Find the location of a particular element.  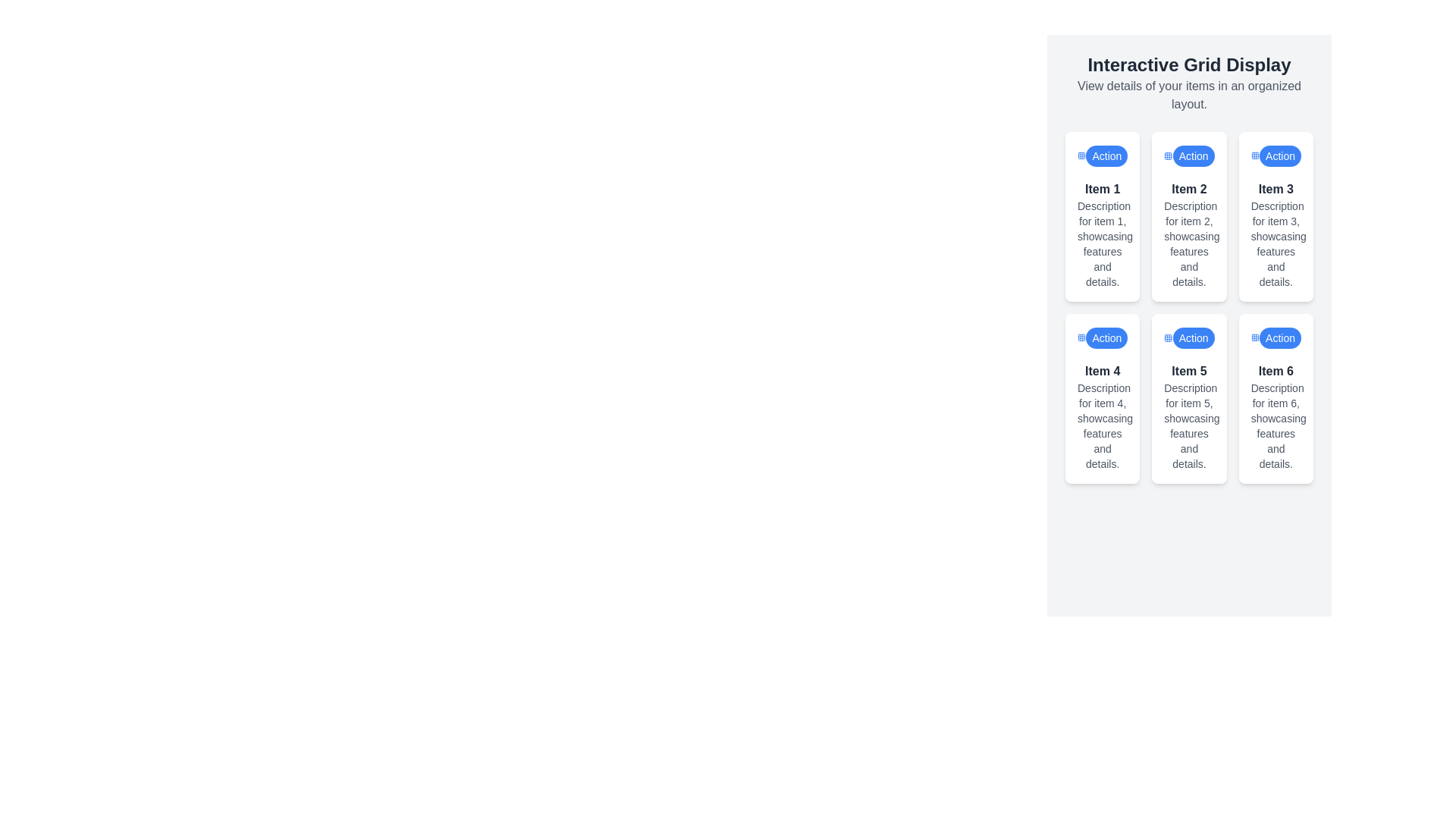

the graphical icon located at the top right of the third item card associated with 'Item 3' is located at coordinates (1255, 155).